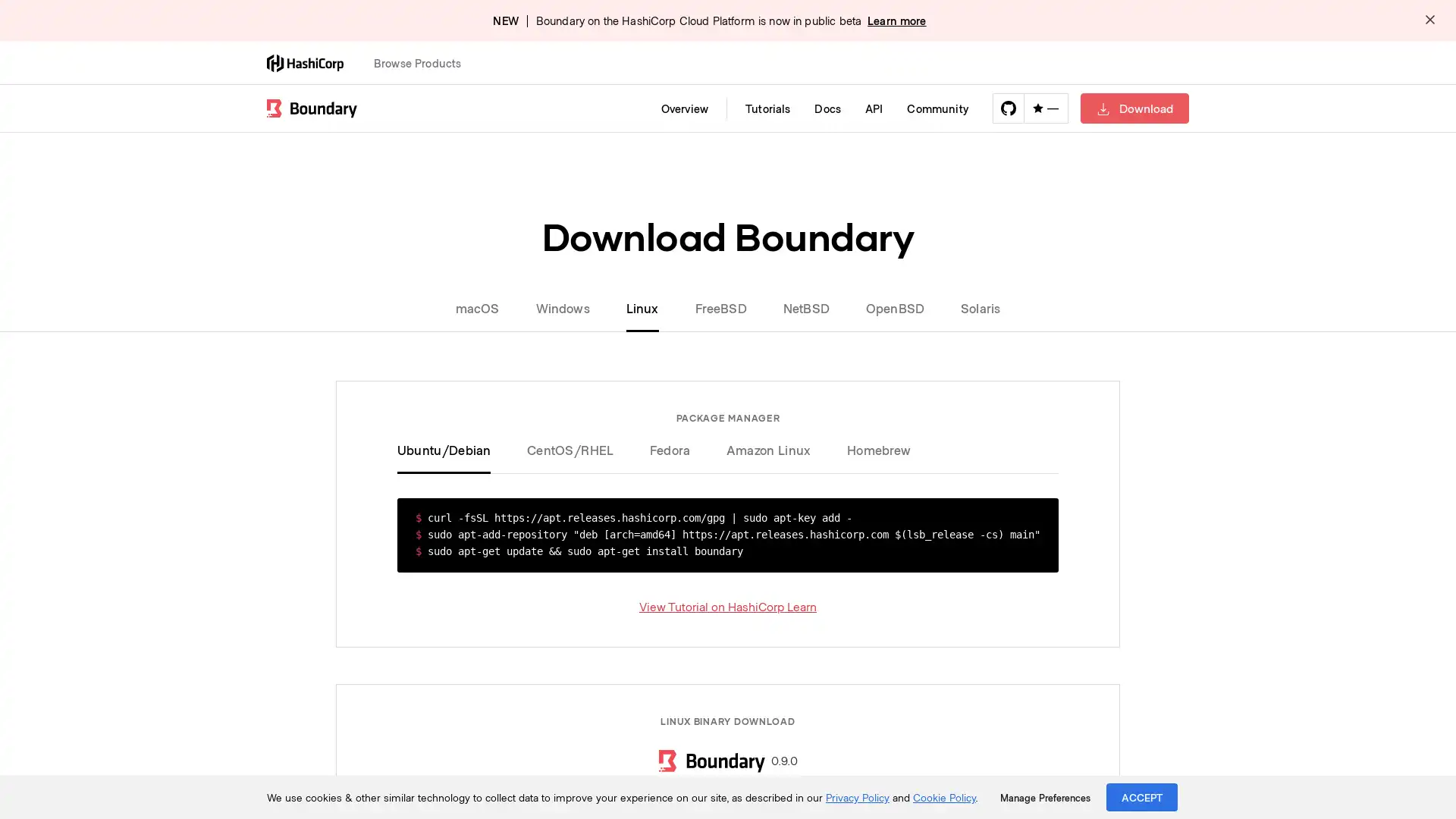 The width and height of the screenshot is (1456, 819). I want to click on Dismiss alert, so click(1429, 20).